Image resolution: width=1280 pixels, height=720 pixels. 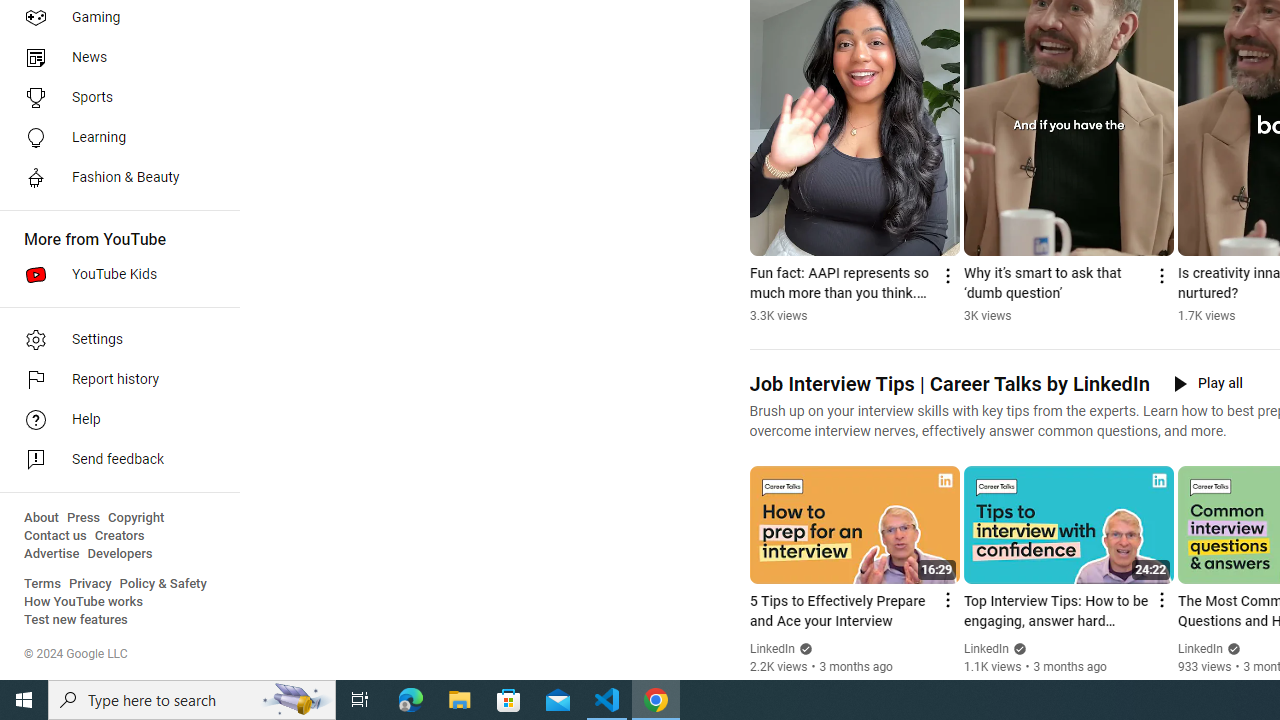 I want to click on 'How YouTube works', so click(x=82, y=601).